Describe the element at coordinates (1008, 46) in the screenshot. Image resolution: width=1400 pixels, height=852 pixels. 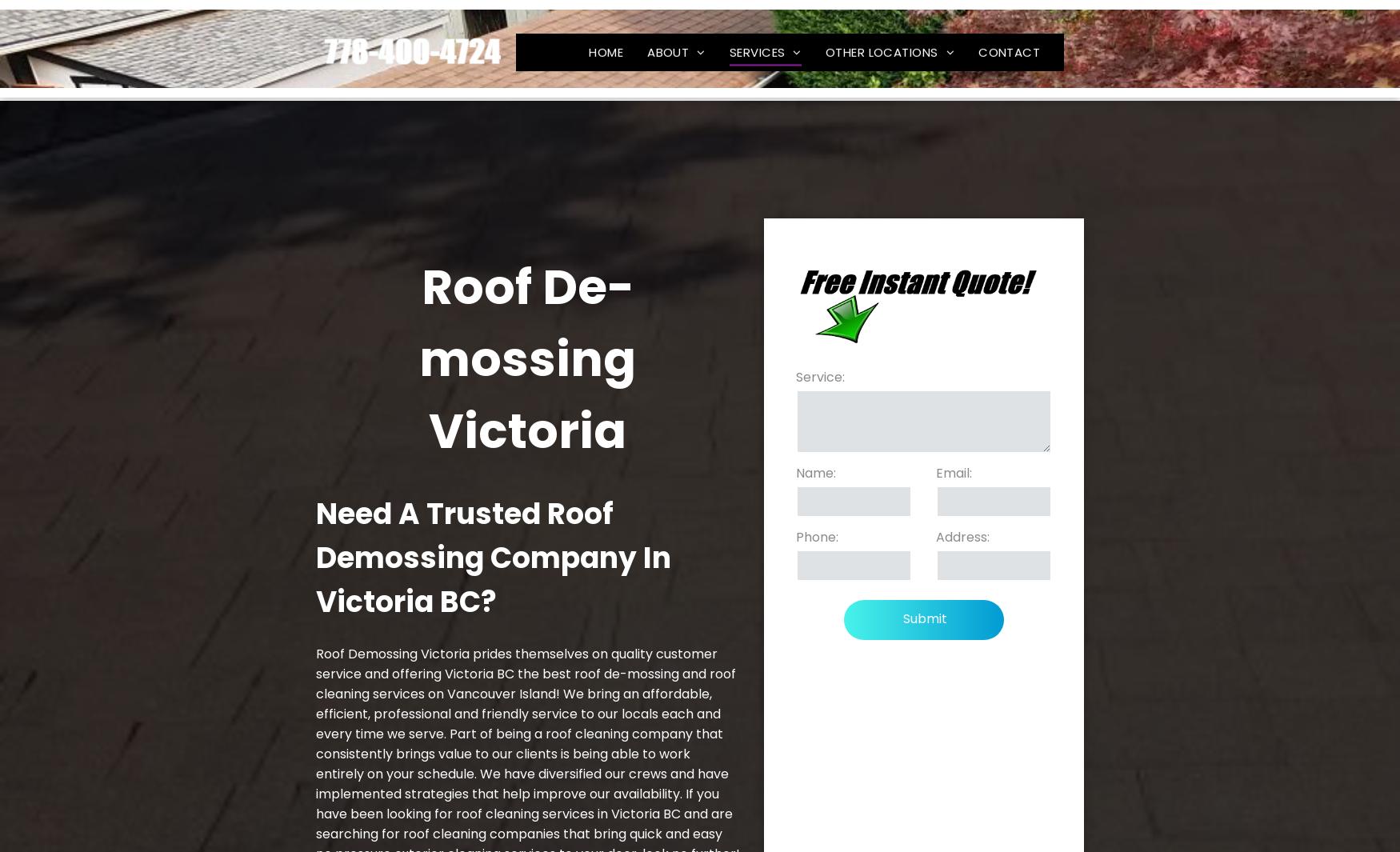
I see `'CONTACT'` at that location.